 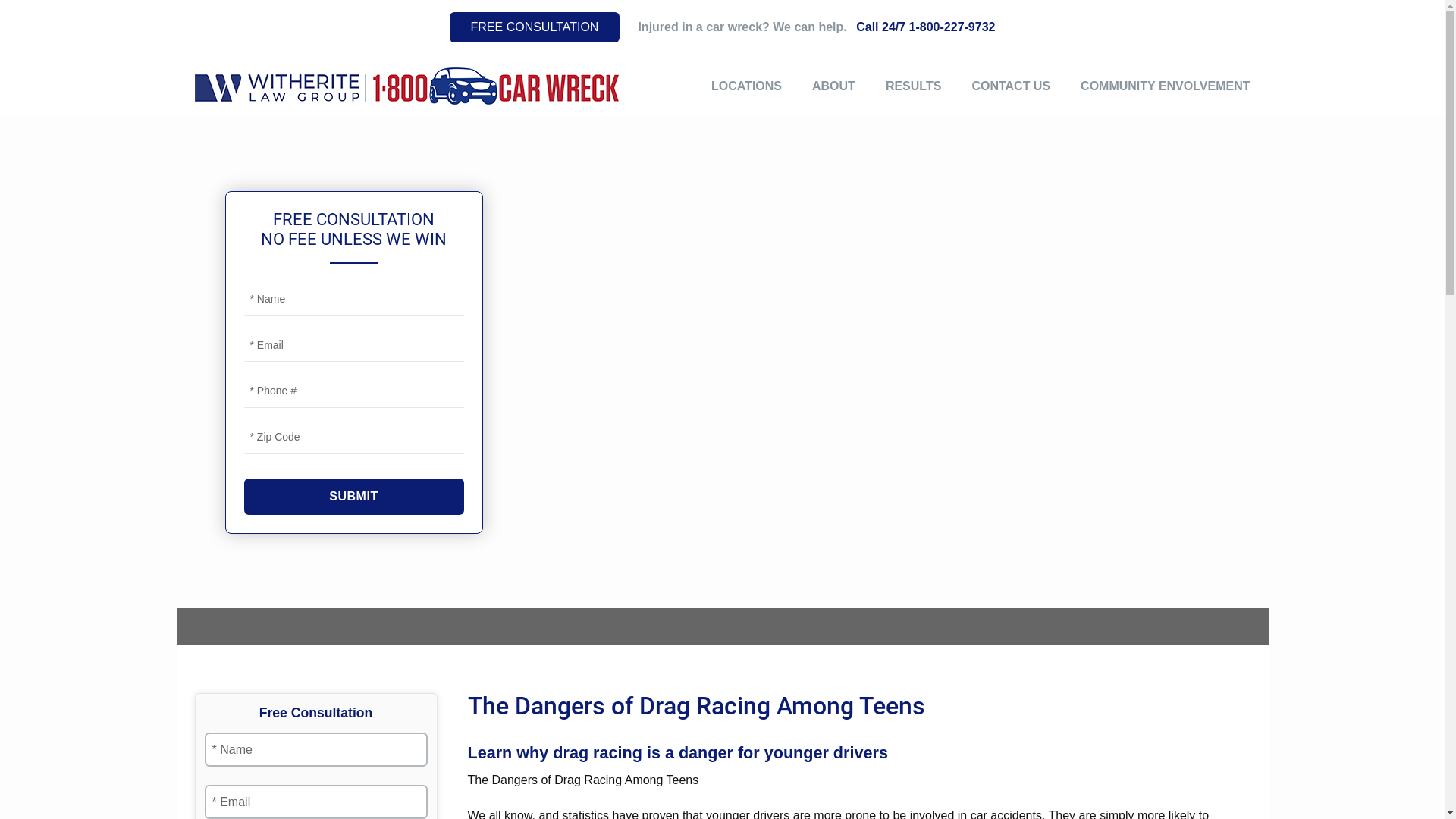 I want to click on 'RESULTS', so click(x=912, y=86).